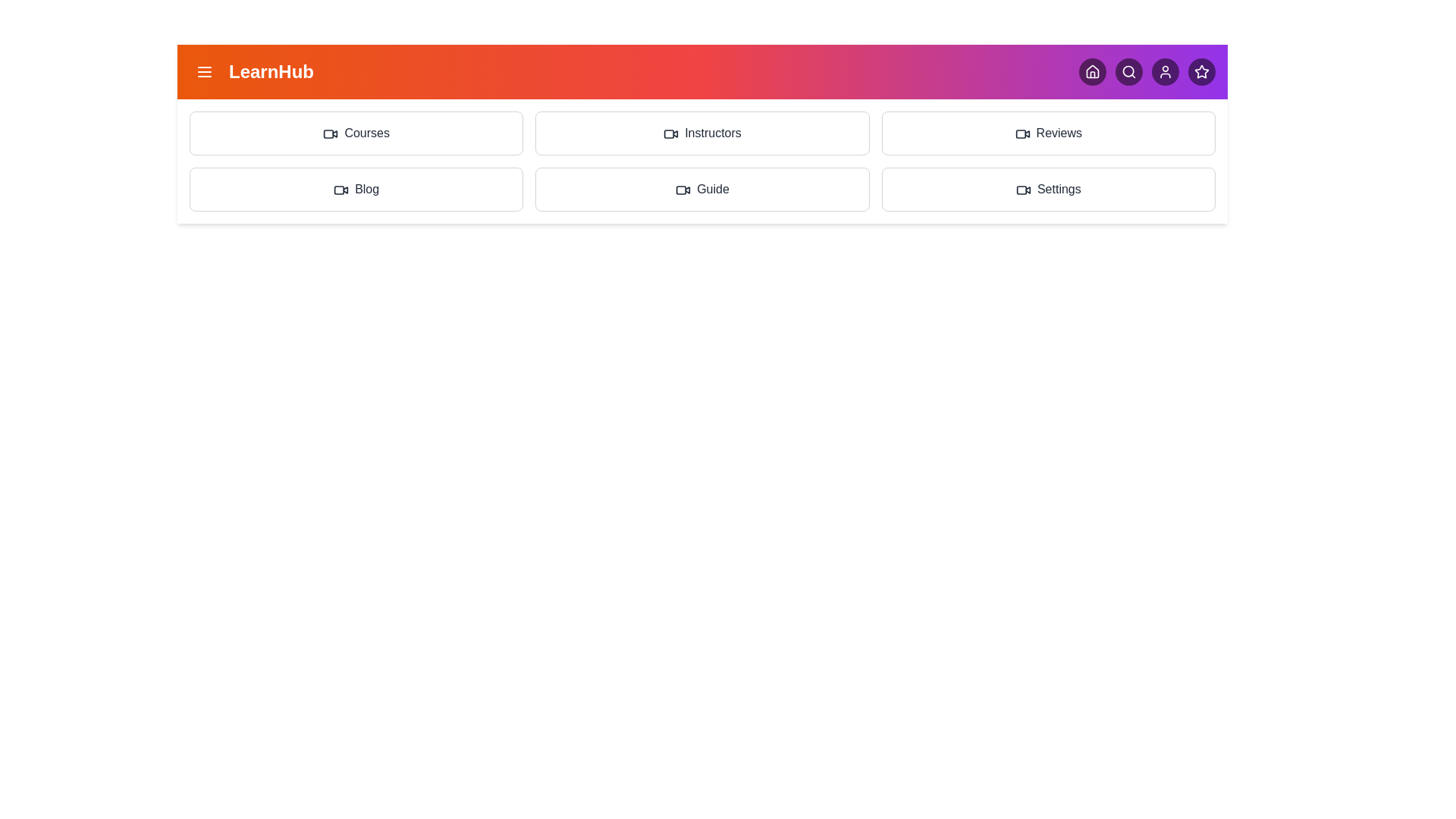  I want to click on the menu item Courses, so click(356, 133).